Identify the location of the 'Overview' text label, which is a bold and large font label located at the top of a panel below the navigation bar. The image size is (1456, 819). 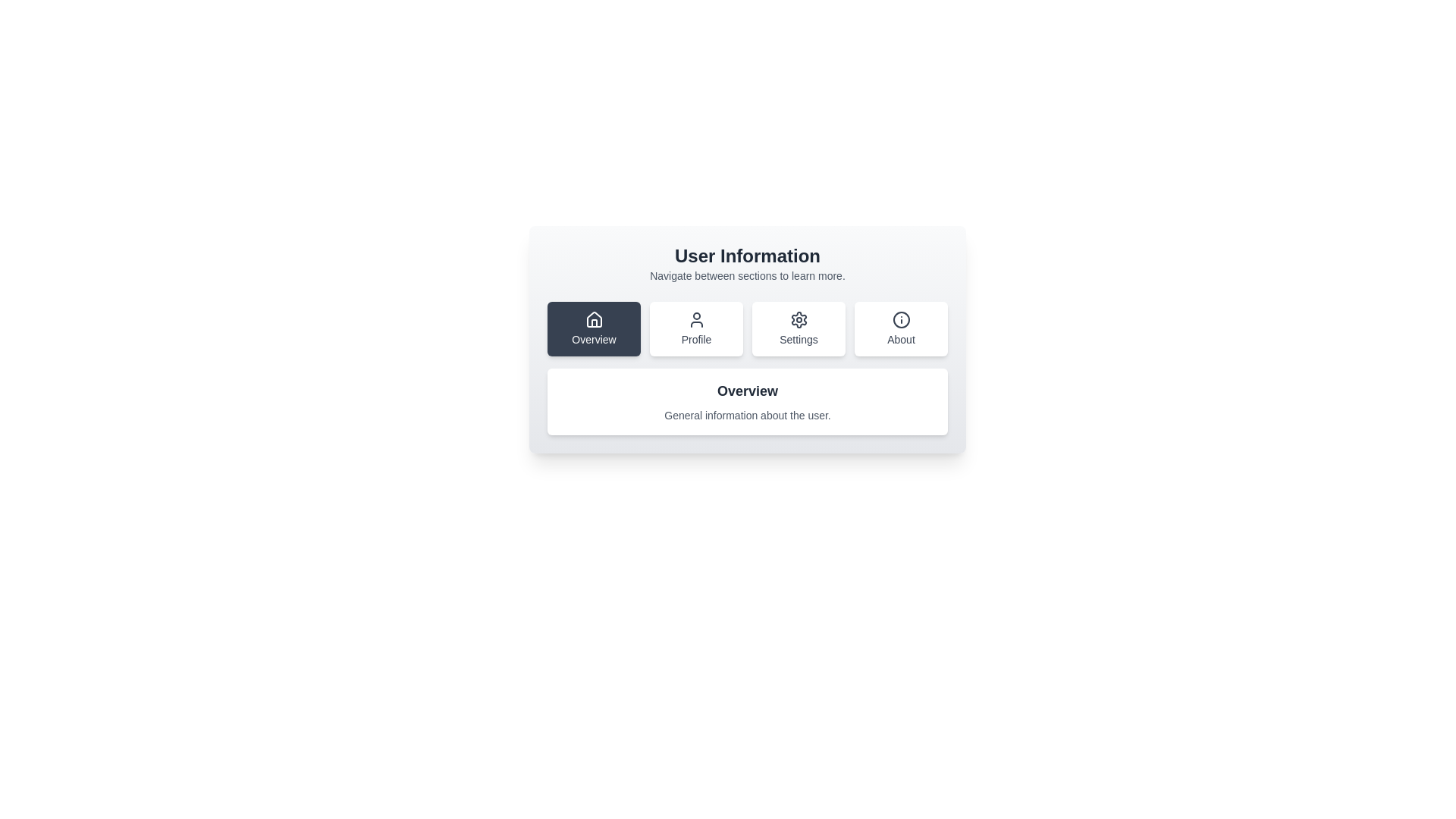
(747, 391).